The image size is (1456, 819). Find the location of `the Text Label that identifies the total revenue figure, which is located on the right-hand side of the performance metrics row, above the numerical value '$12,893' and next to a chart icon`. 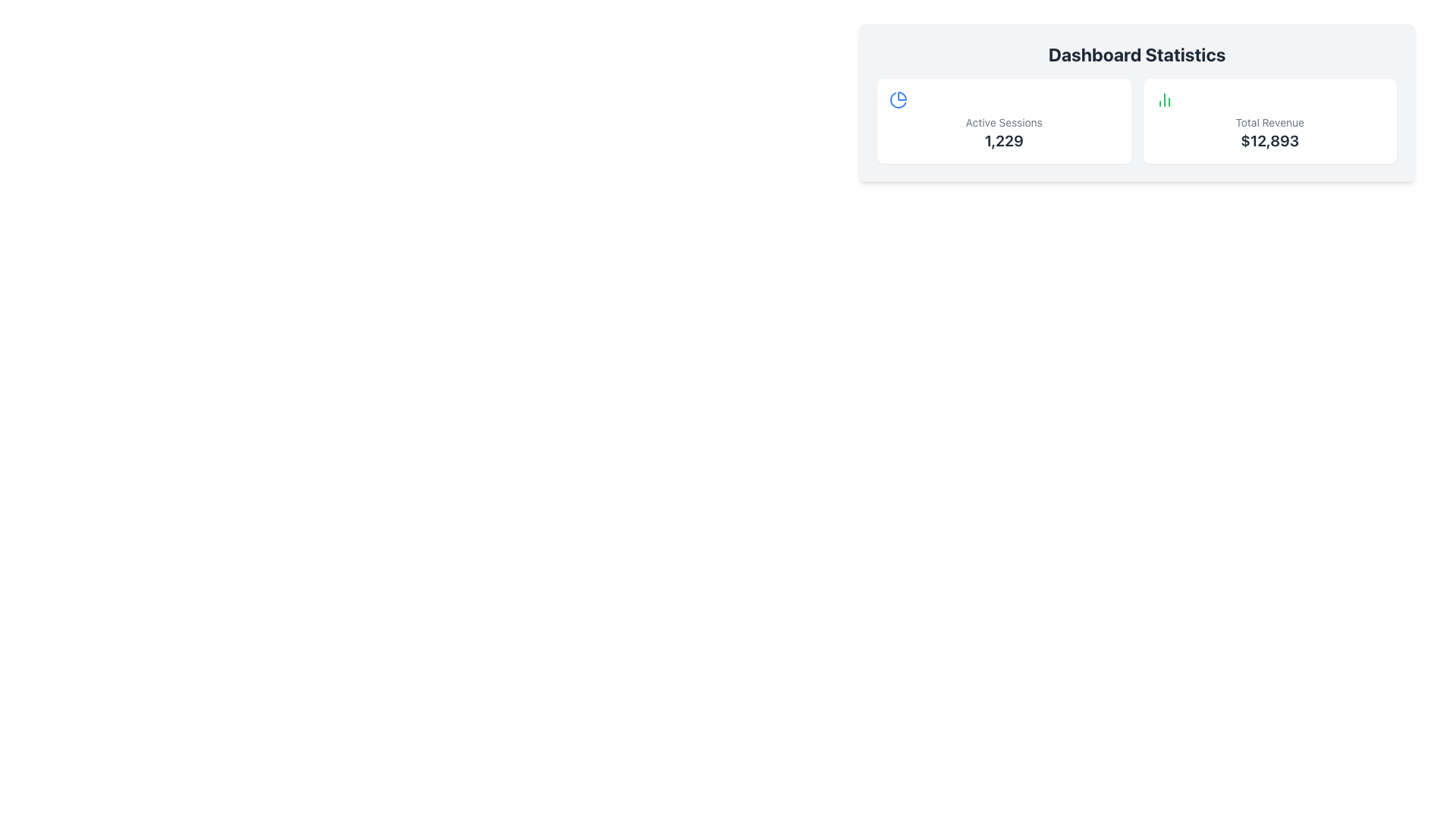

the Text Label that identifies the total revenue figure, which is located on the right-hand side of the performance metrics row, above the numerical value '$12,893' and next to a chart icon is located at coordinates (1269, 122).